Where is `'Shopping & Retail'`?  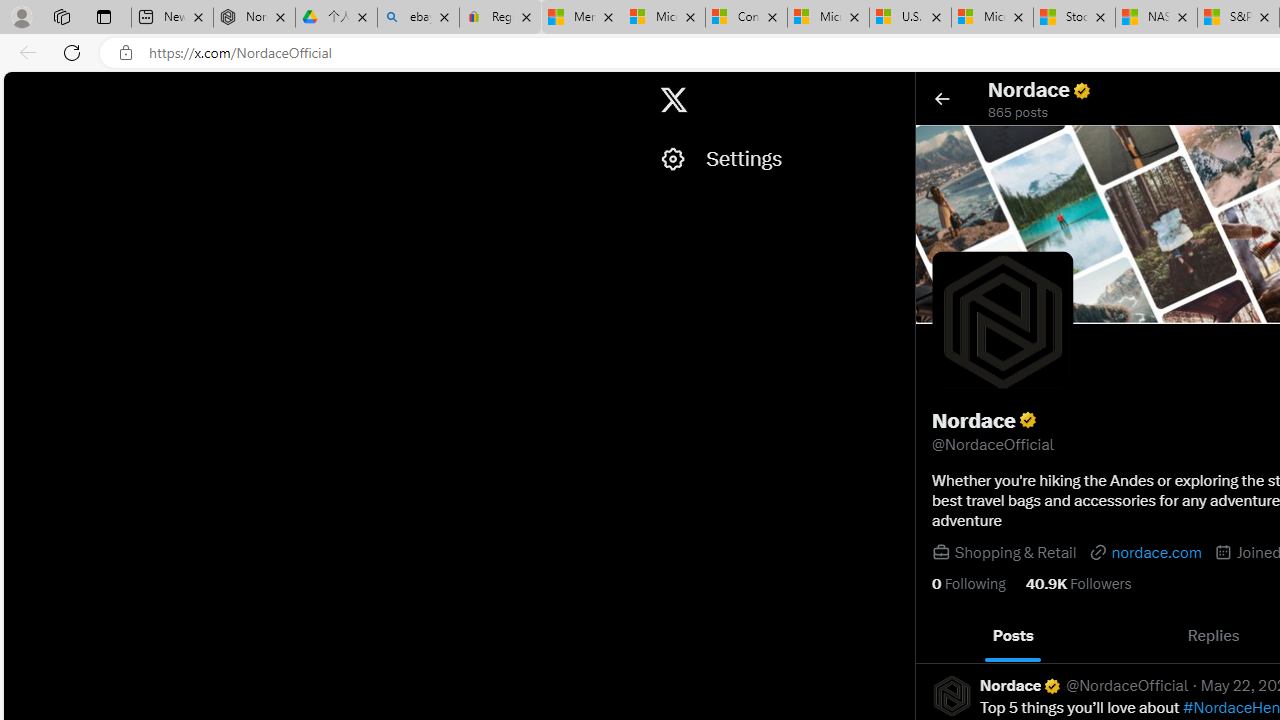
'Shopping & Retail' is located at coordinates (1015, 552).